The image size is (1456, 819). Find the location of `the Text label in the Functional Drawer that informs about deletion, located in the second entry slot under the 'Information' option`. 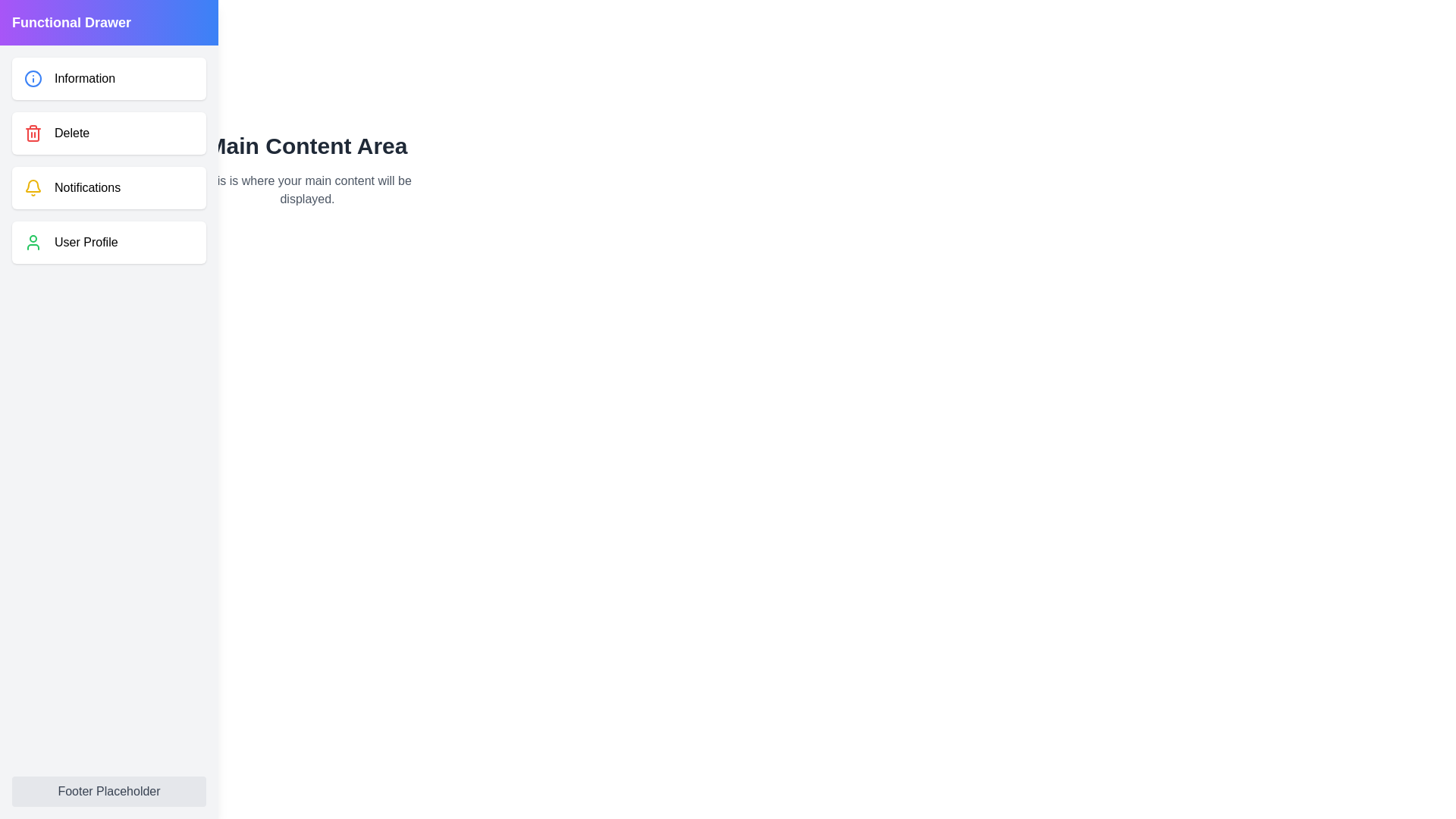

the Text label in the Functional Drawer that informs about deletion, located in the second entry slot under the 'Information' option is located at coordinates (71, 133).